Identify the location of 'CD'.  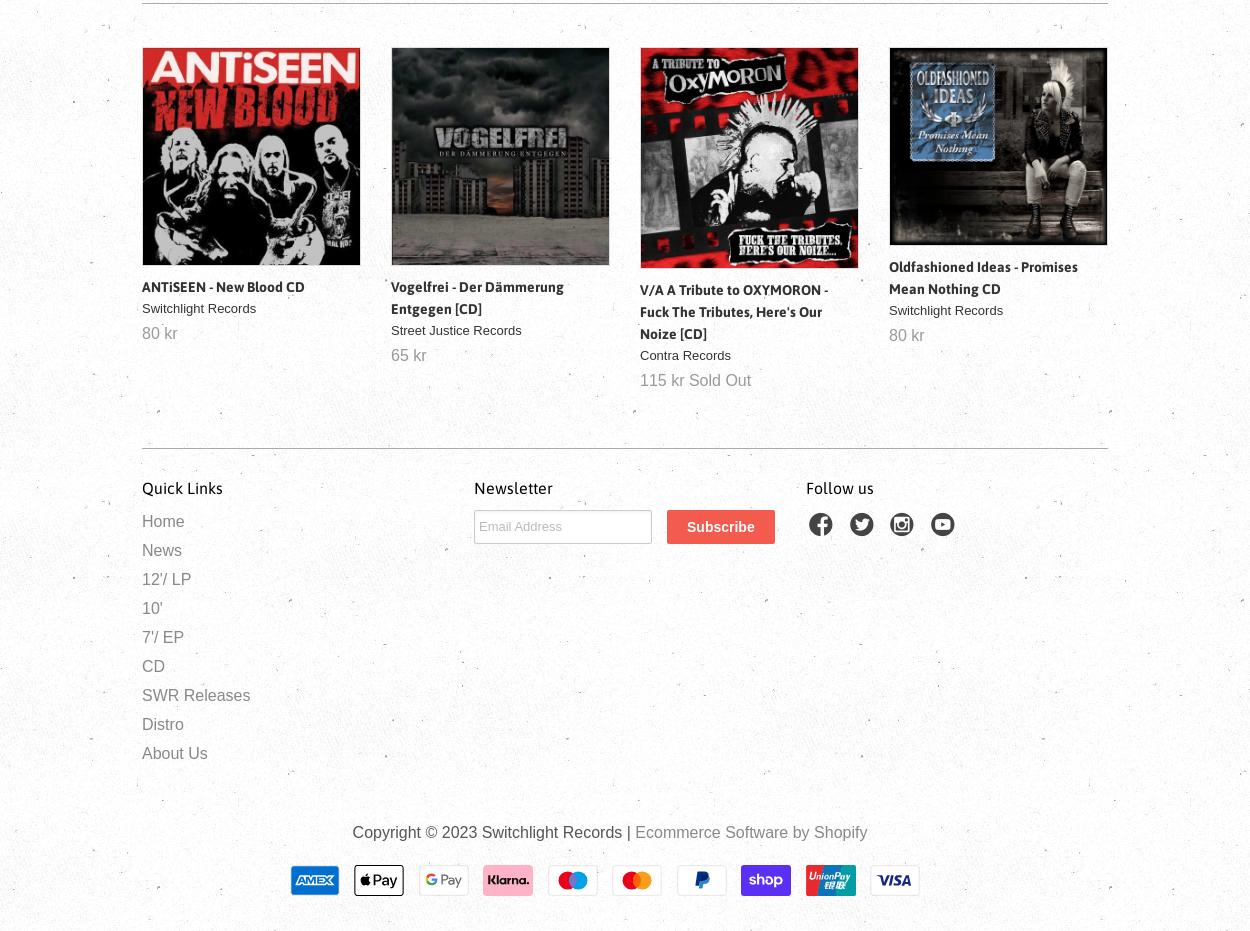
(153, 665).